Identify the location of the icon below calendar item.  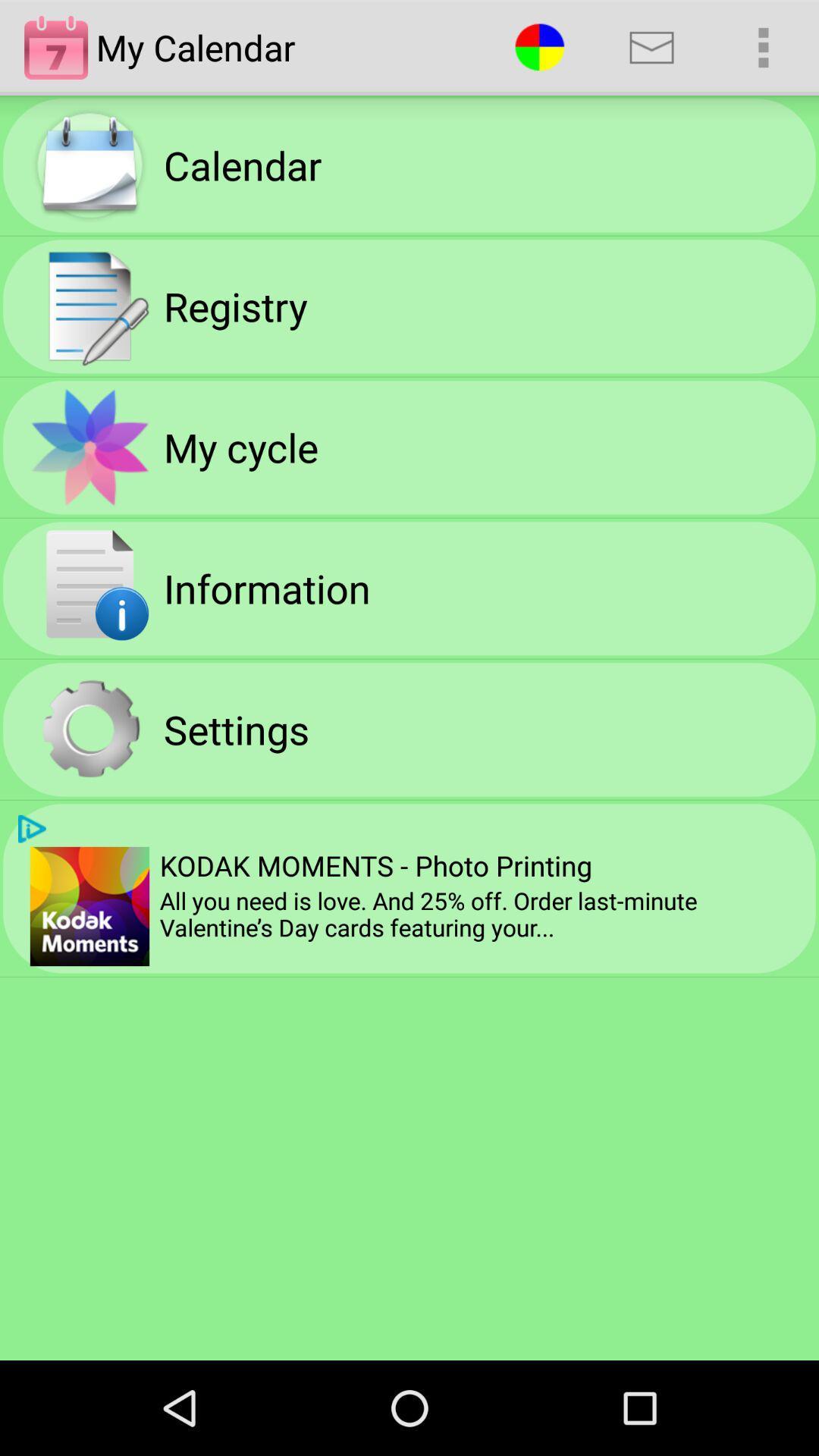
(235, 305).